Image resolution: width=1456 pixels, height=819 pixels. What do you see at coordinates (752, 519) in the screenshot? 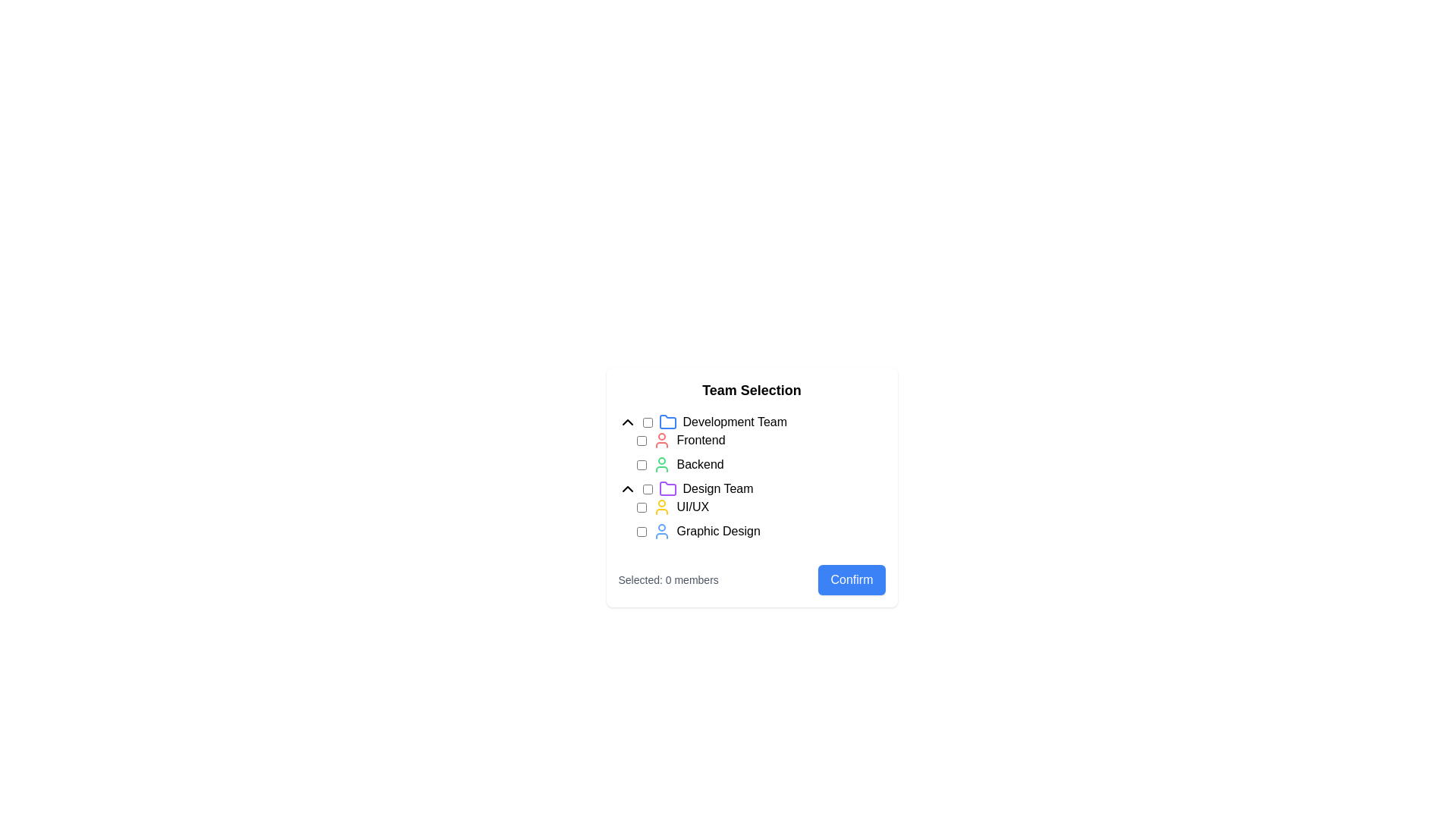
I see `the checkbox of the first selectable option for 'UI/UX' within the 'Design Team' category located above 'Graphic Design'` at bounding box center [752, 519].